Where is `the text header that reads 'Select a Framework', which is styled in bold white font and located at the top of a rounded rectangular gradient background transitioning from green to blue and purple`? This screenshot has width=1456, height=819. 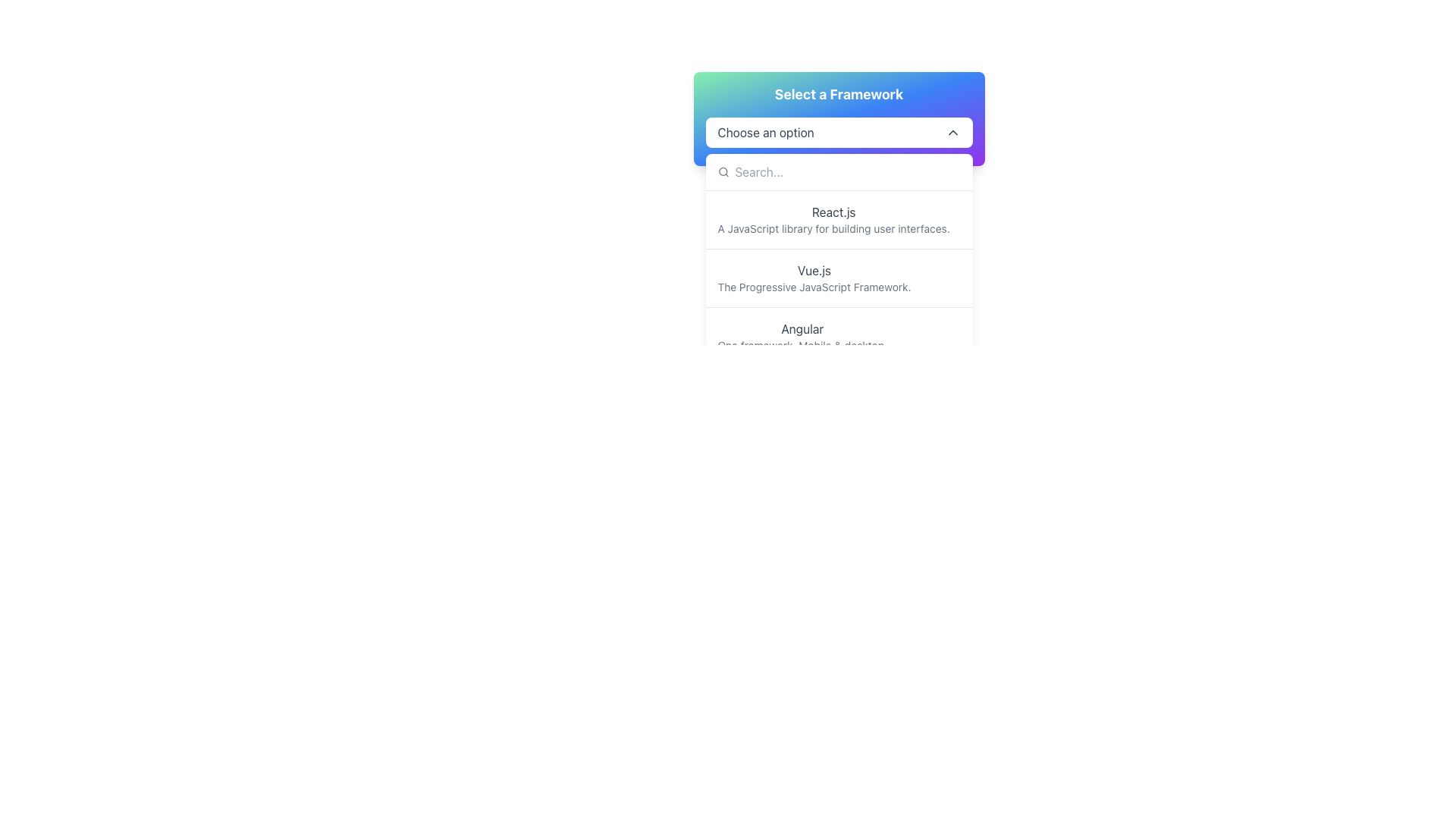 the text header that reads 'Select a Framework', which is styled in bold white font and located at the top of a rounded rectangular gradient background transitioning from green to blue and purple is located at coordinates (838, 94).